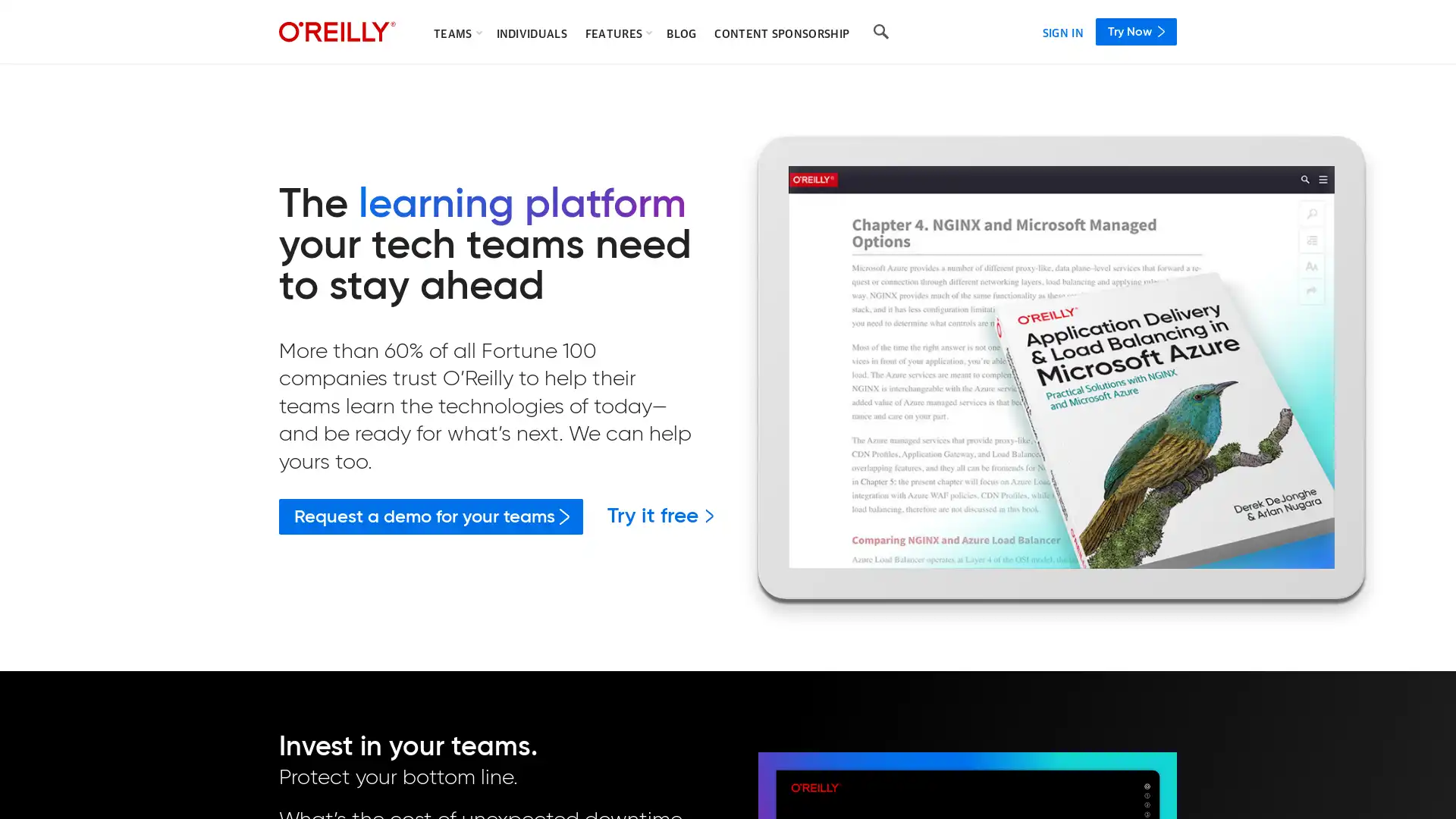 Image resolution: width=1456 pixels, height=819 pixels. Describe the element at coordinates (880, 32) in the screenshot. I see `Search` at that location.